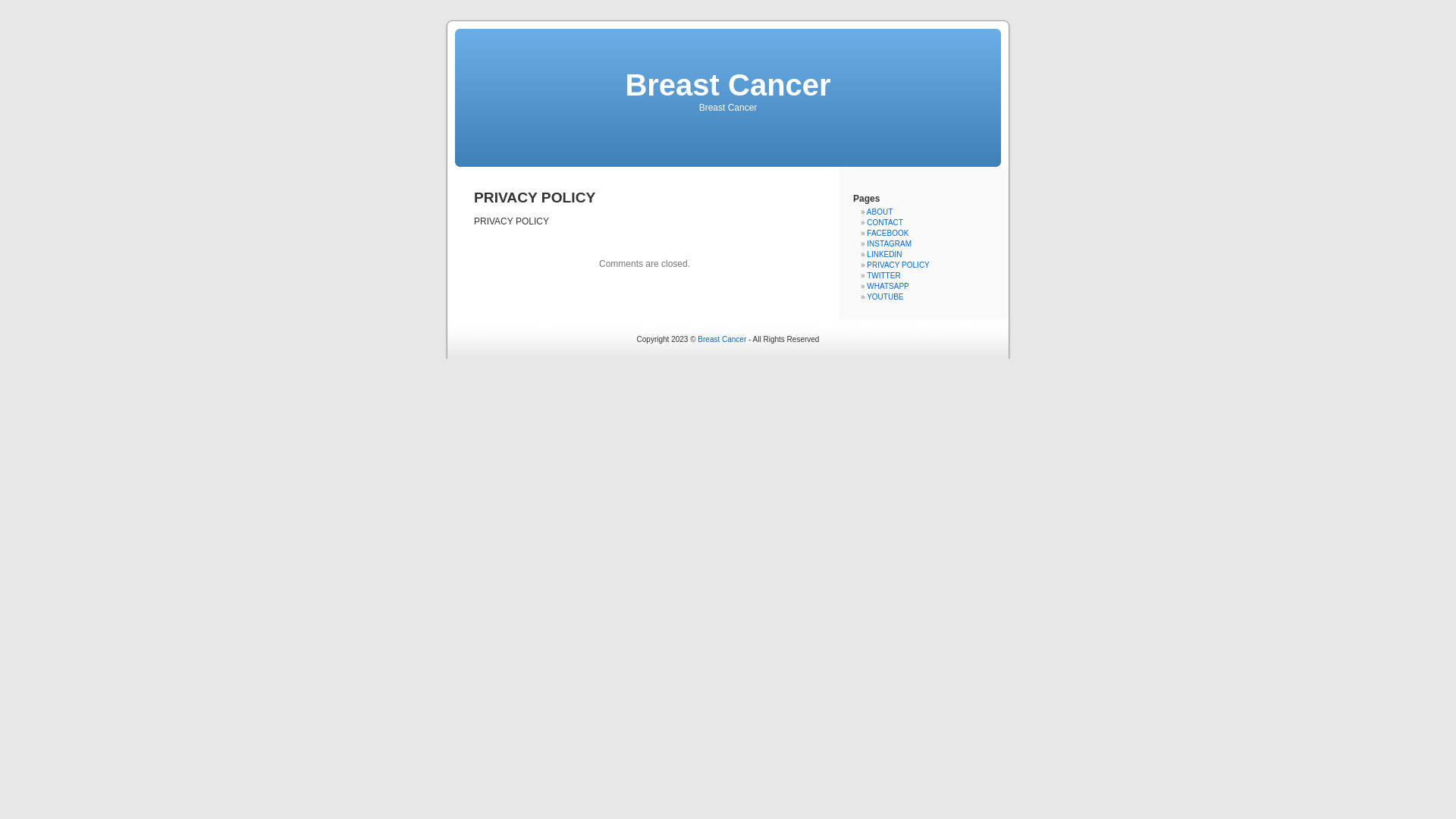  What do you see at coordinates (889, 243) in the screenshot?
I see `'INSTAGRAM'` at bounding box center [889, 243].